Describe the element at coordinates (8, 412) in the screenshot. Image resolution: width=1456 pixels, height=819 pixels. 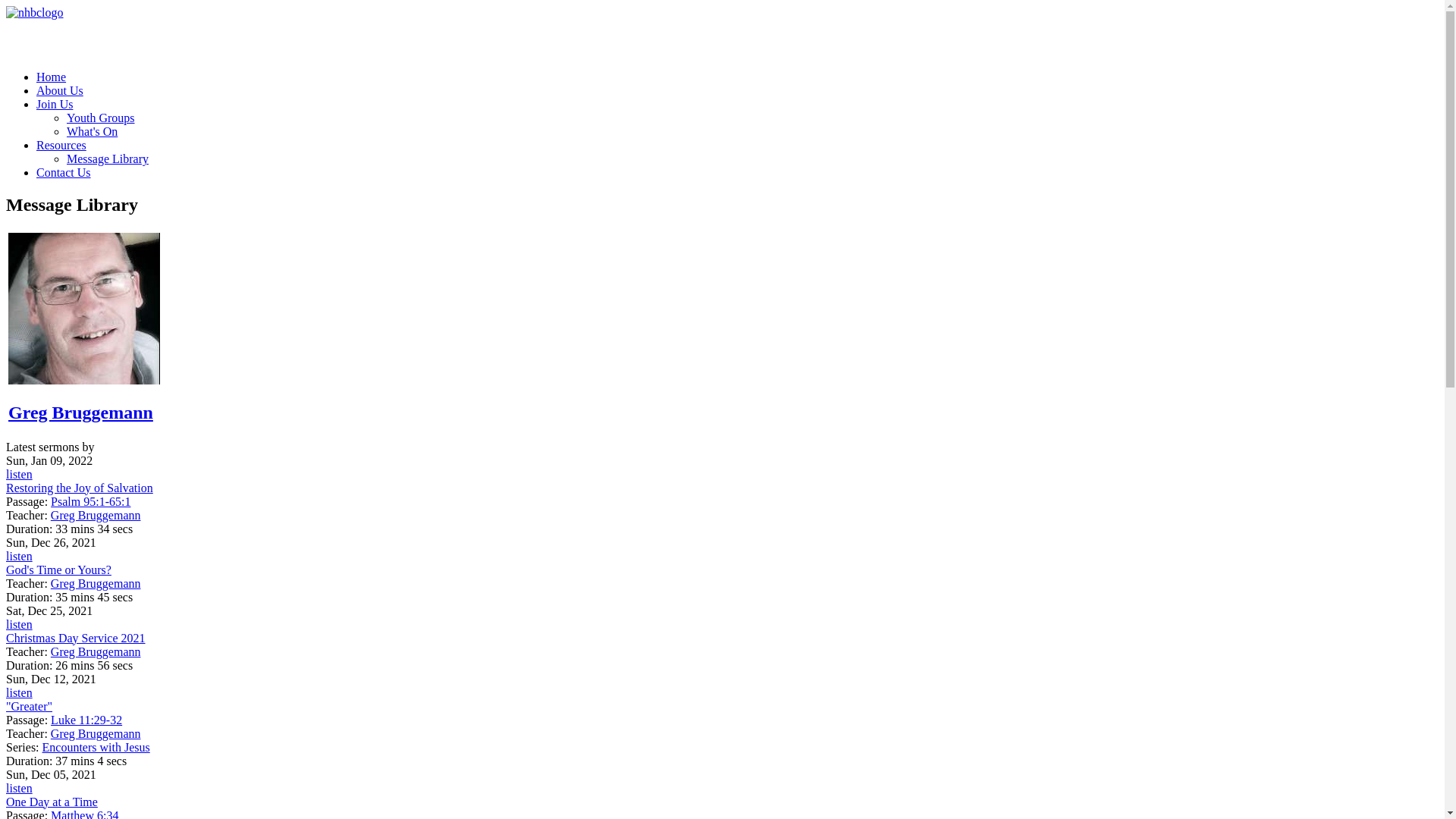
I see `'Greg Bruggemann'` at that location.